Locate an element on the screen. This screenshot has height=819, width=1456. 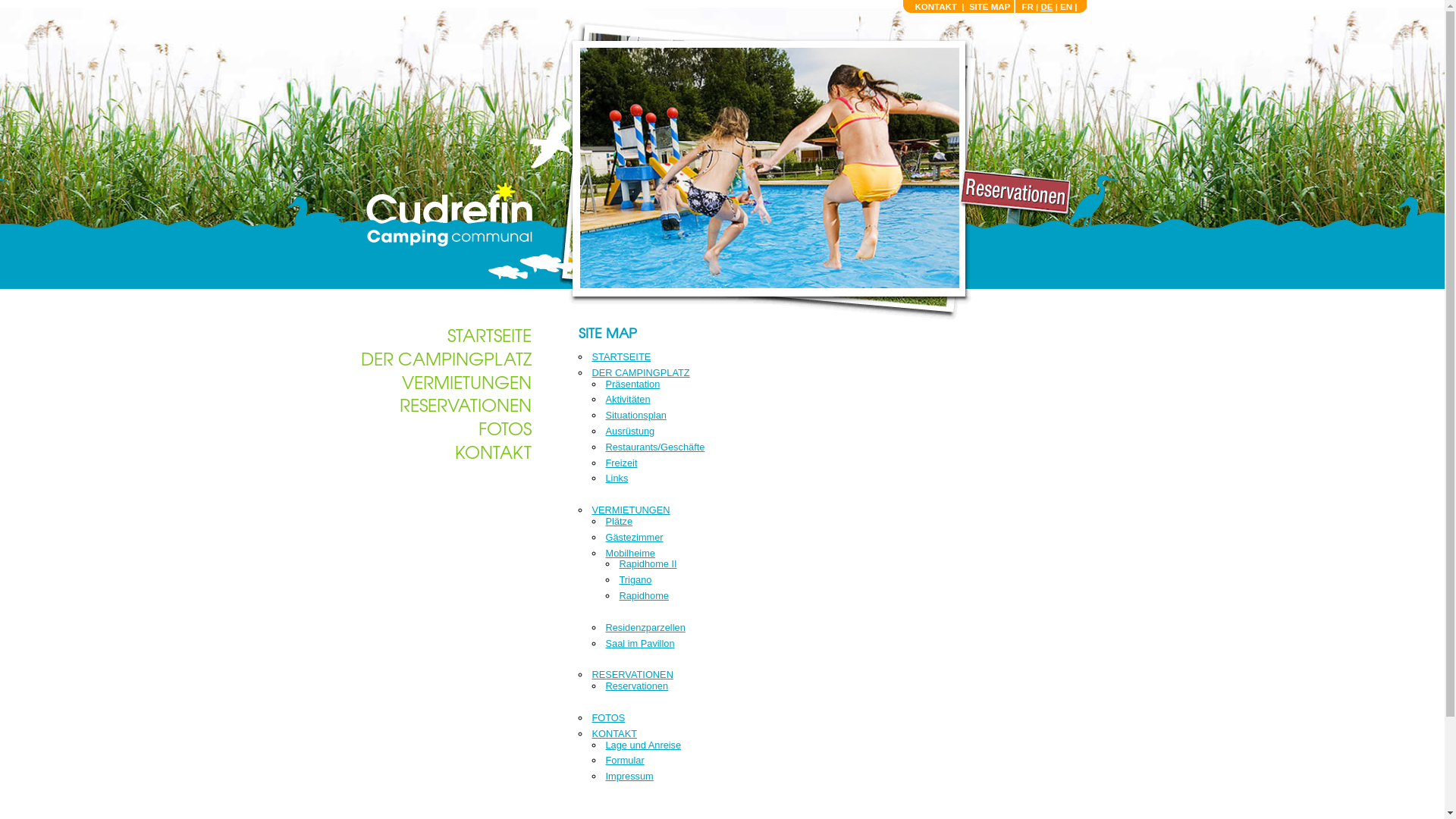
'Lage und Anreise' is located at coordinates (643, 744).